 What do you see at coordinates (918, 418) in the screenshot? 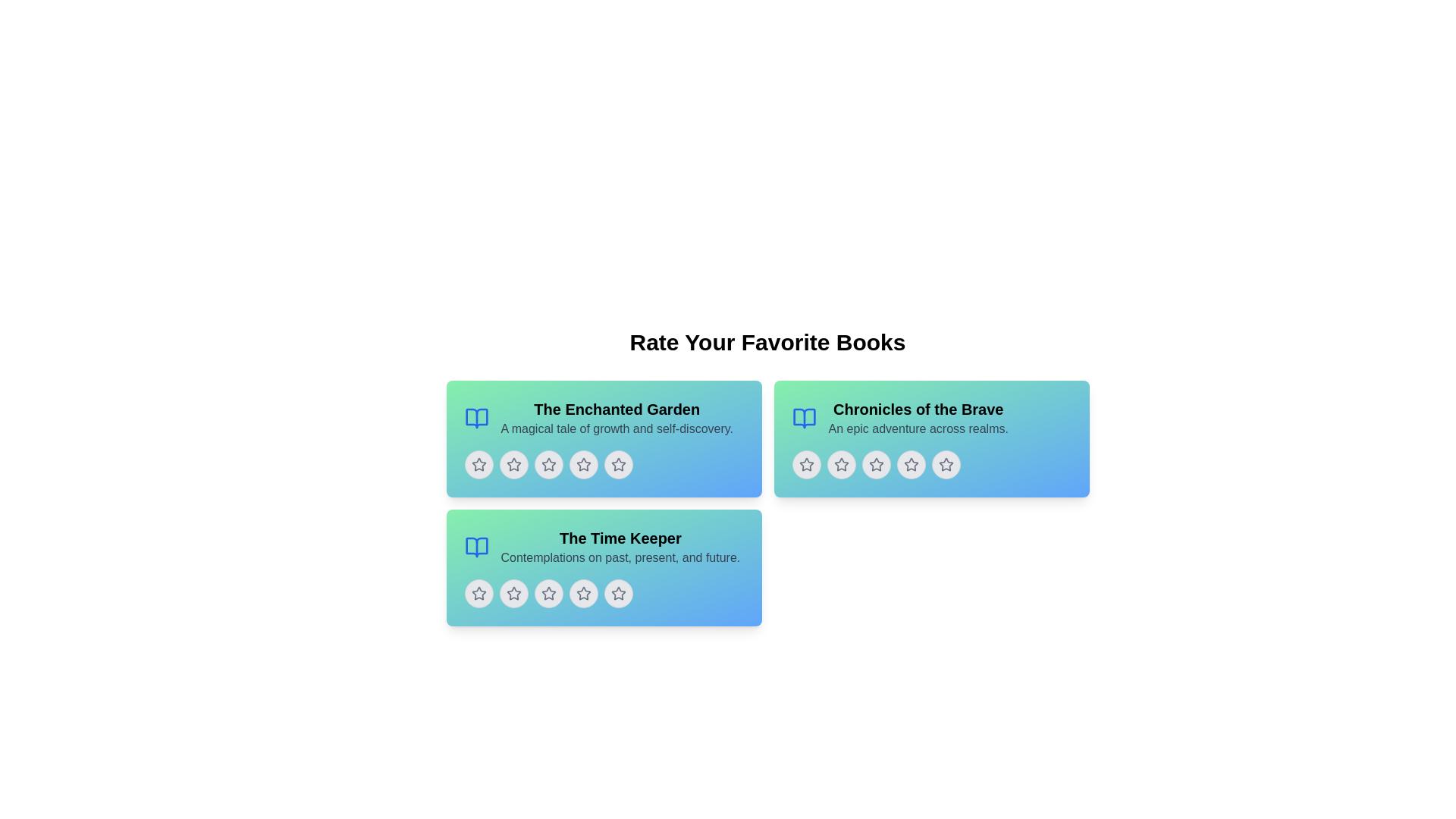
I see `the Text Block containing the title 'Chronicles of the Brave' and subtitle 'An epic adventure across realms.' located in the top right card of the three-card layout` at bounding box center [918, 418].